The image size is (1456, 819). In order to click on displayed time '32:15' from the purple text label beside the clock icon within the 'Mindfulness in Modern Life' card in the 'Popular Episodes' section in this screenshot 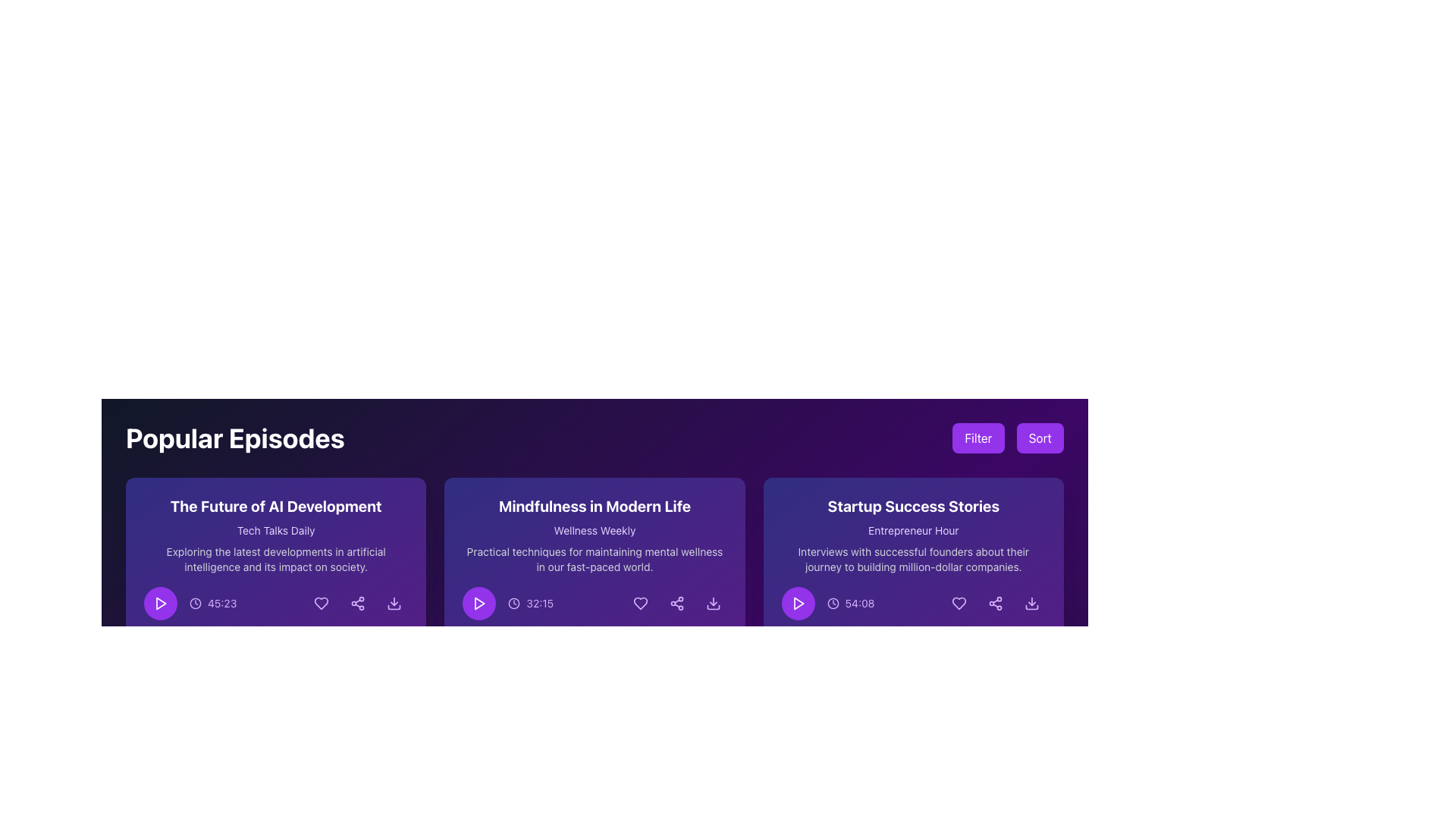, I will do `click(540, 602)`.